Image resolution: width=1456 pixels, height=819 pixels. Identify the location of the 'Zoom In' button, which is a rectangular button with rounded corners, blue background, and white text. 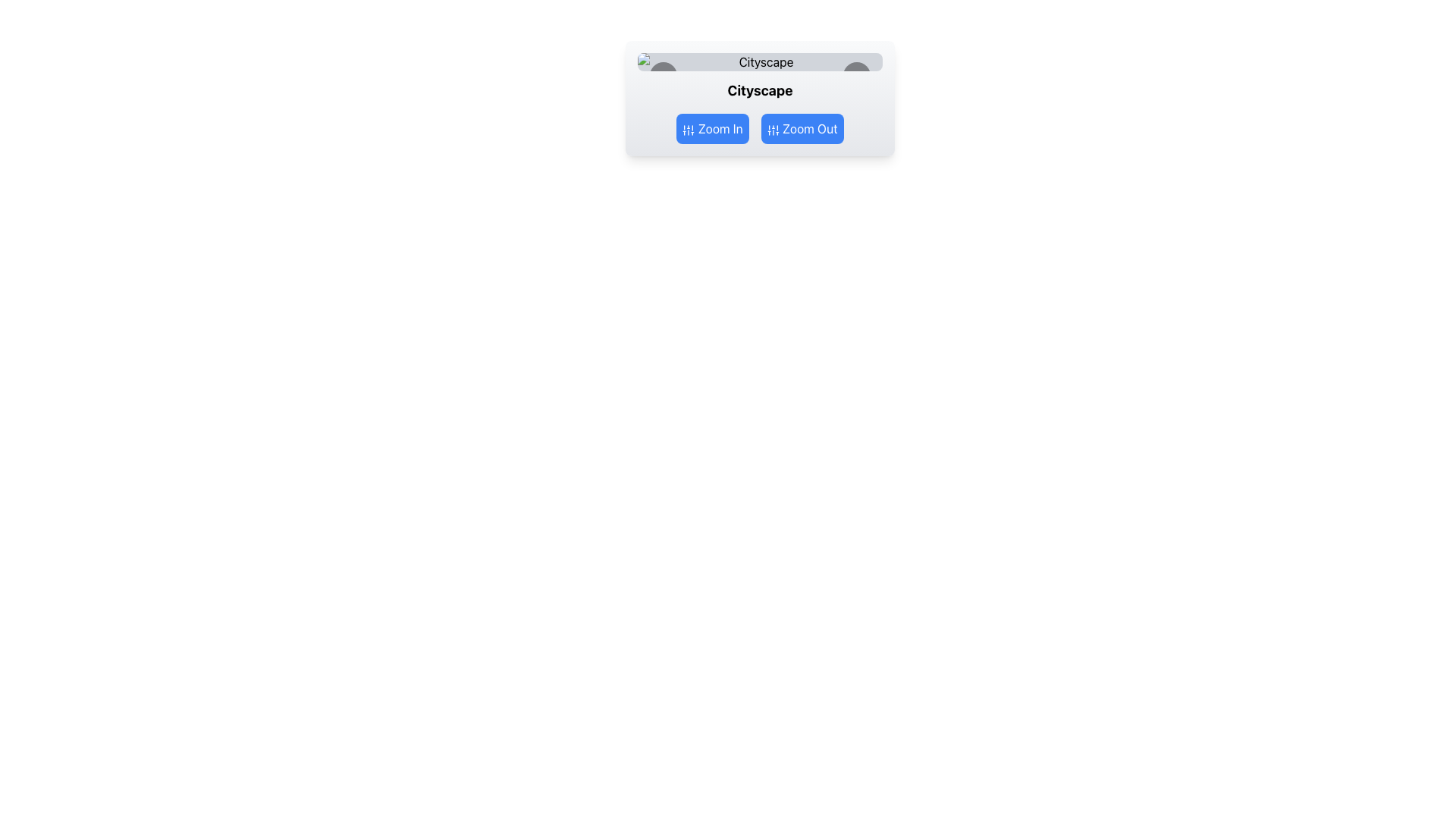
(712, 127).